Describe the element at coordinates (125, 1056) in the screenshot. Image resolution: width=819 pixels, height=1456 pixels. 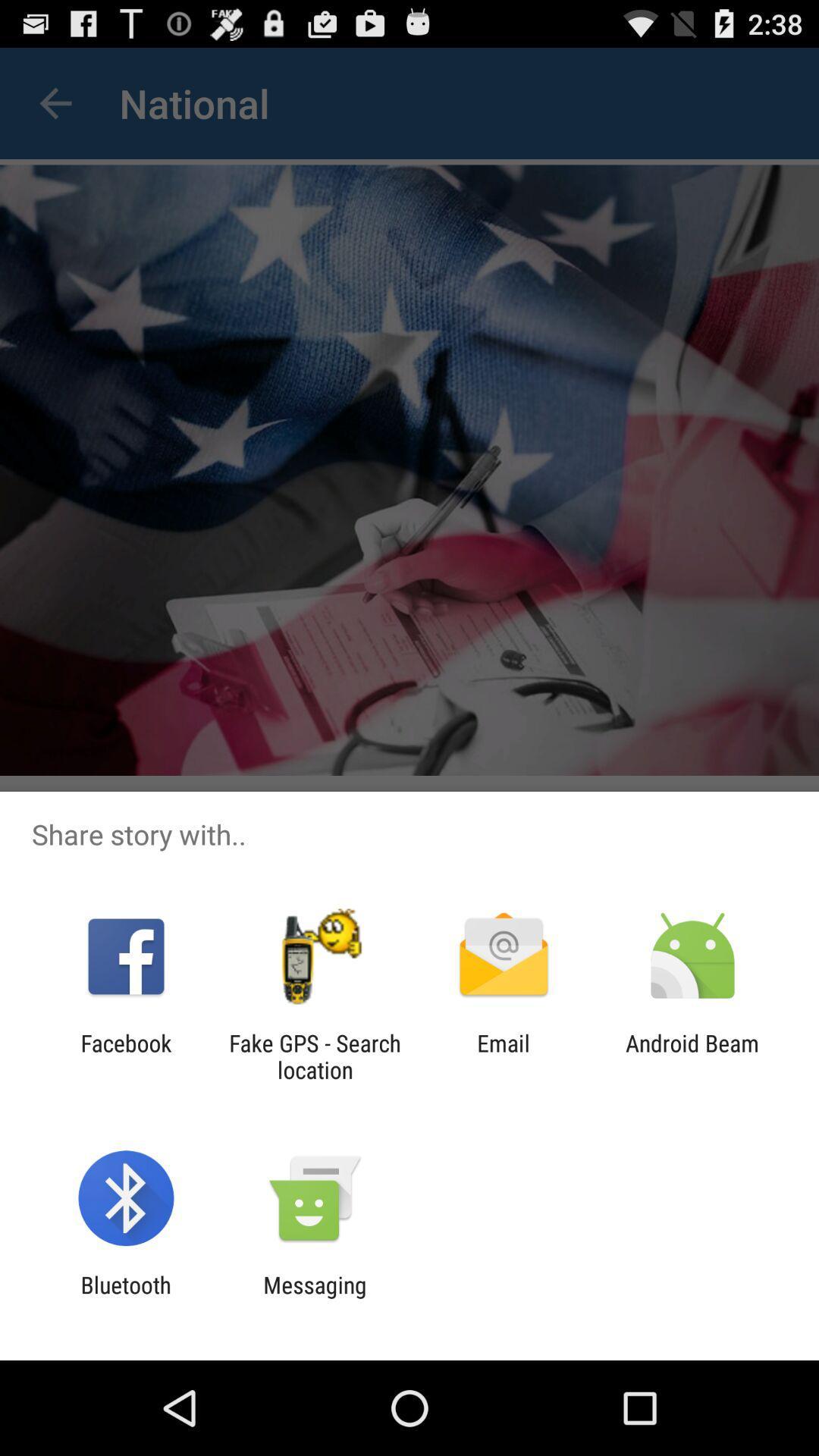
I see `facebook item` at that location.